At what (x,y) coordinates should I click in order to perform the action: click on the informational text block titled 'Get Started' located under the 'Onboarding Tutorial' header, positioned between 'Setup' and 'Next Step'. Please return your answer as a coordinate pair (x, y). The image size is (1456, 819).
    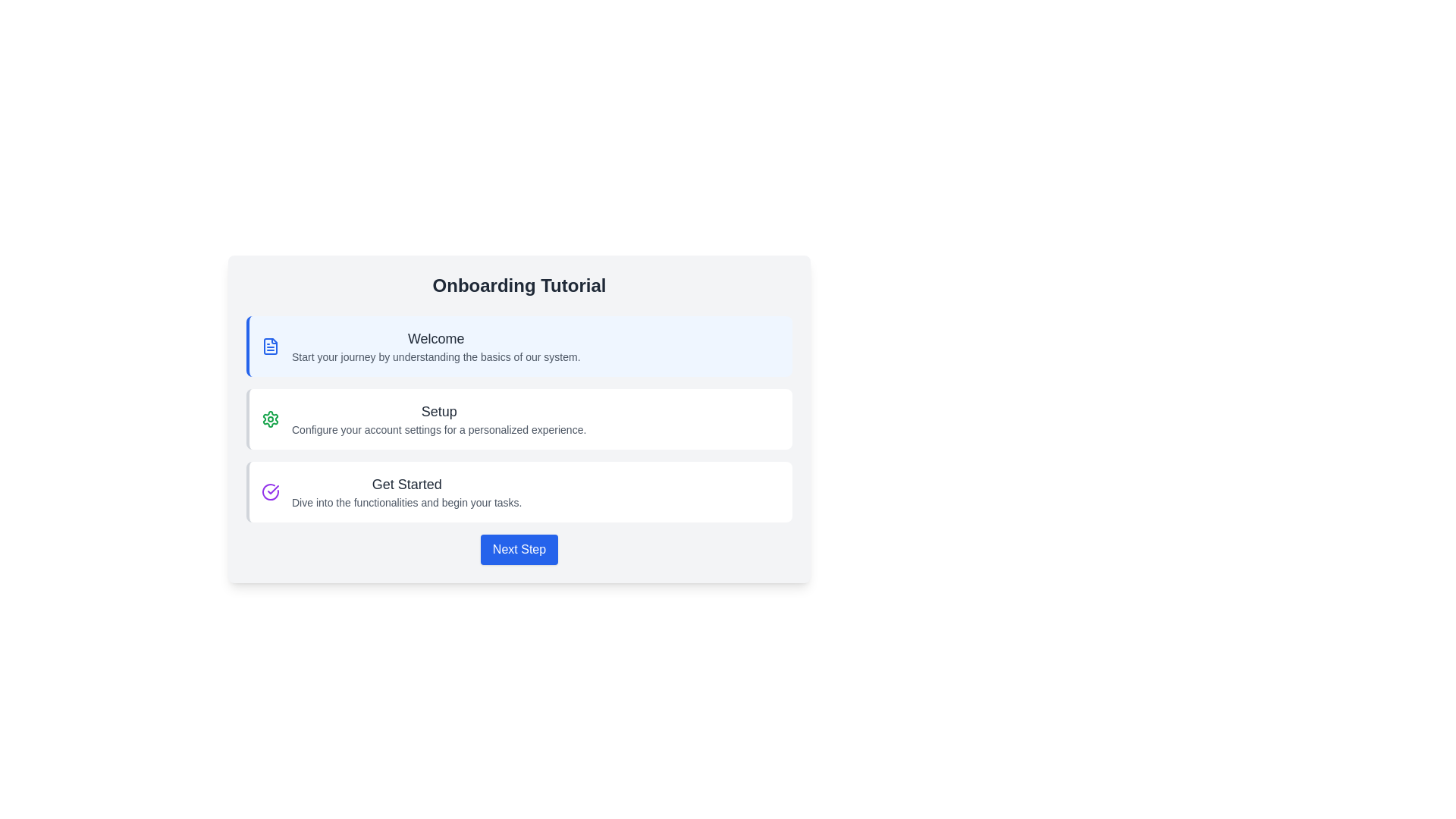
    Looking at the image, I should click on (406, 491).